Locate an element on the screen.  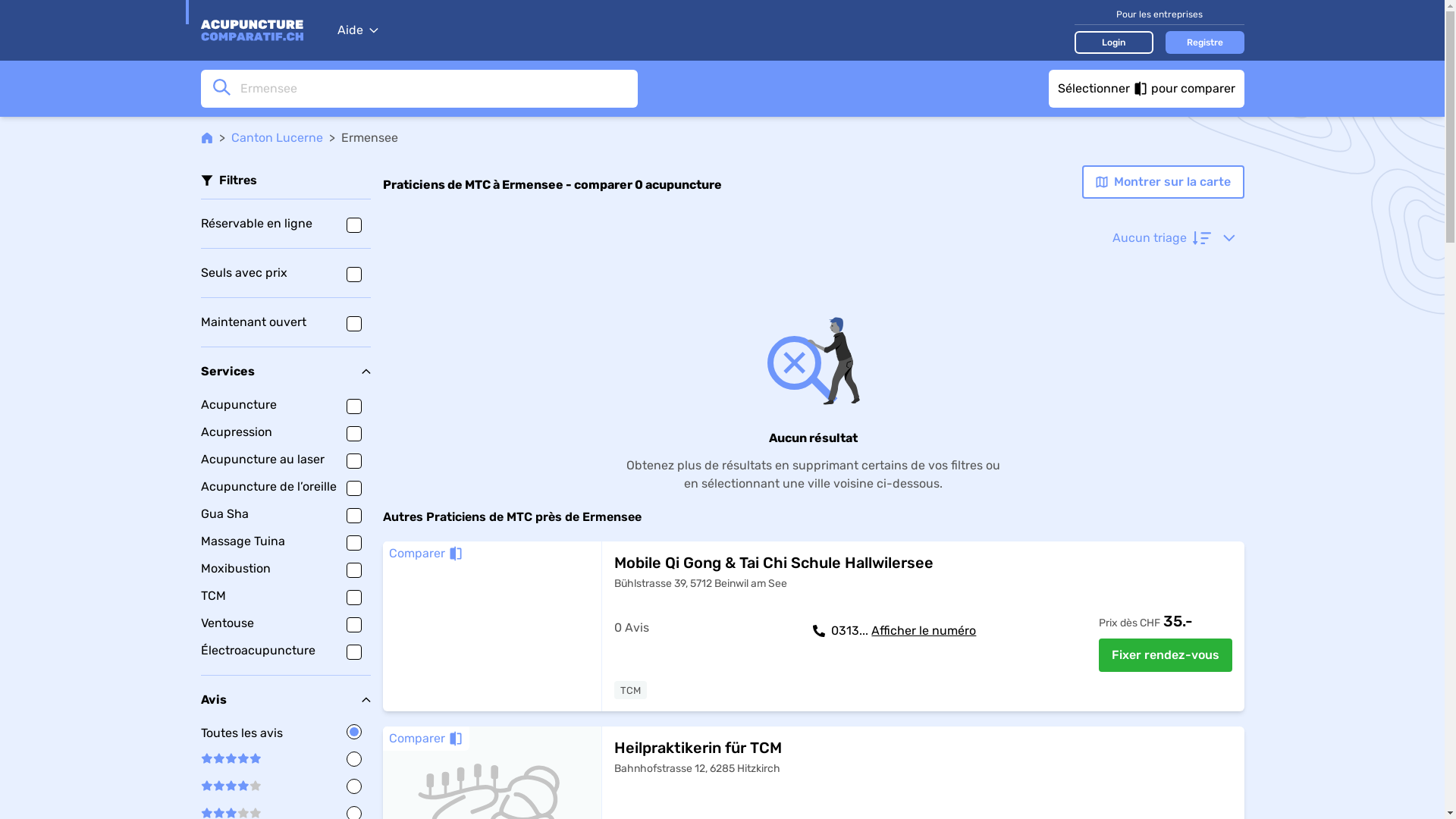
'Seuls avec prix' is located at coordinates (284, 271).